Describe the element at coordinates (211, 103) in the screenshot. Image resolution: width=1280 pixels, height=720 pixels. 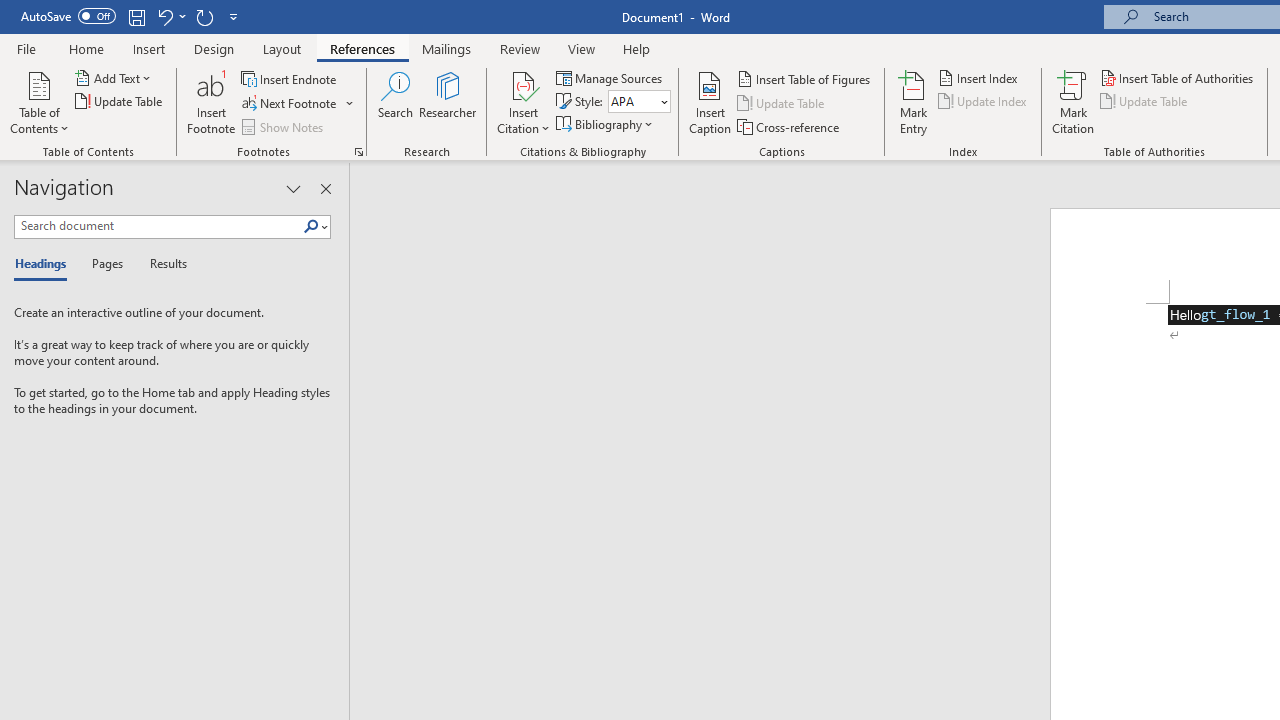
I see `'Insert Footnote'` at that location.